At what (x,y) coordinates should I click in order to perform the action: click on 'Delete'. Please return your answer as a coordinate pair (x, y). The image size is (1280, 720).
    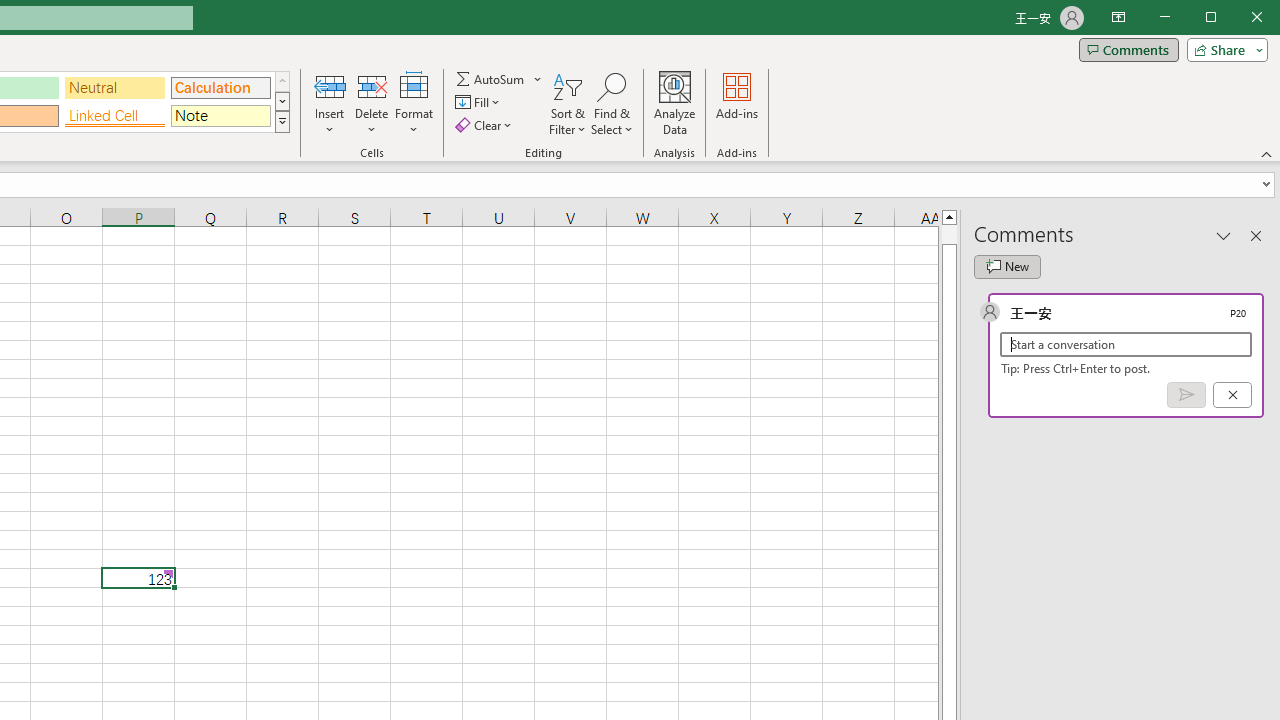
    Looking at the image, I should click on (371, 104).